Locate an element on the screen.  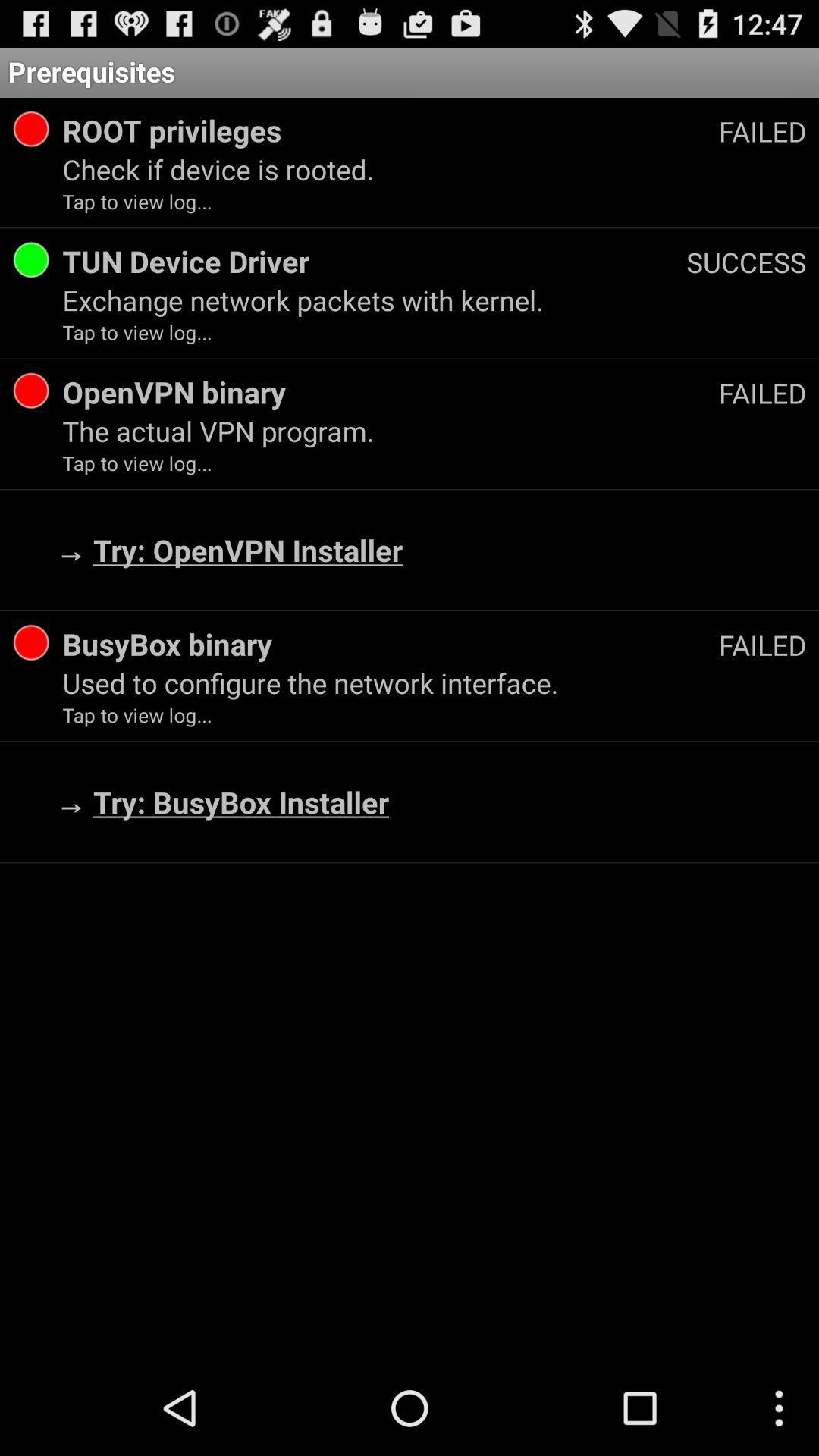
the success is located at coordinates (745, 262).